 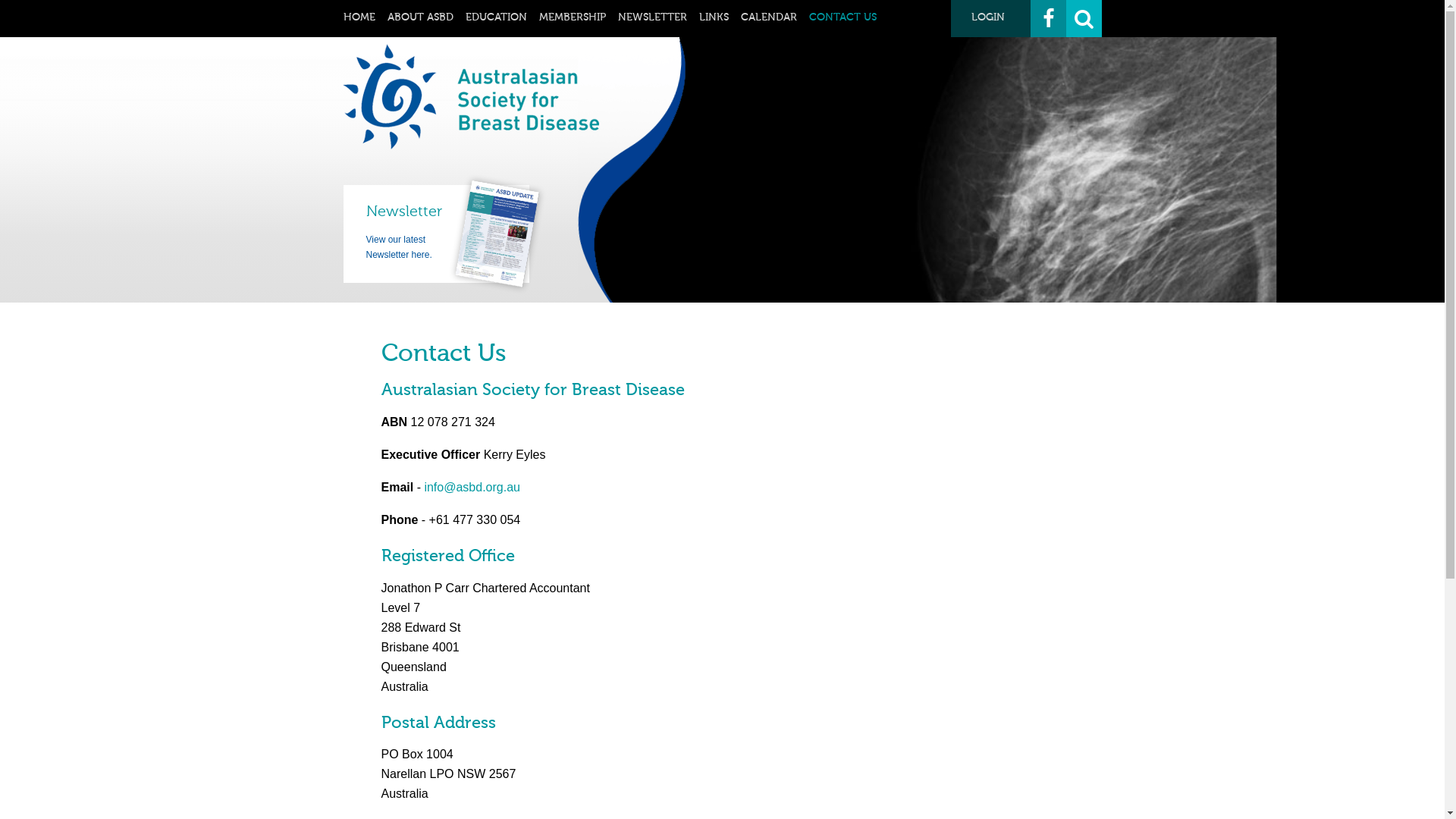 I want to click on 'ABOUT ASBD', so click(x=419, y=17).